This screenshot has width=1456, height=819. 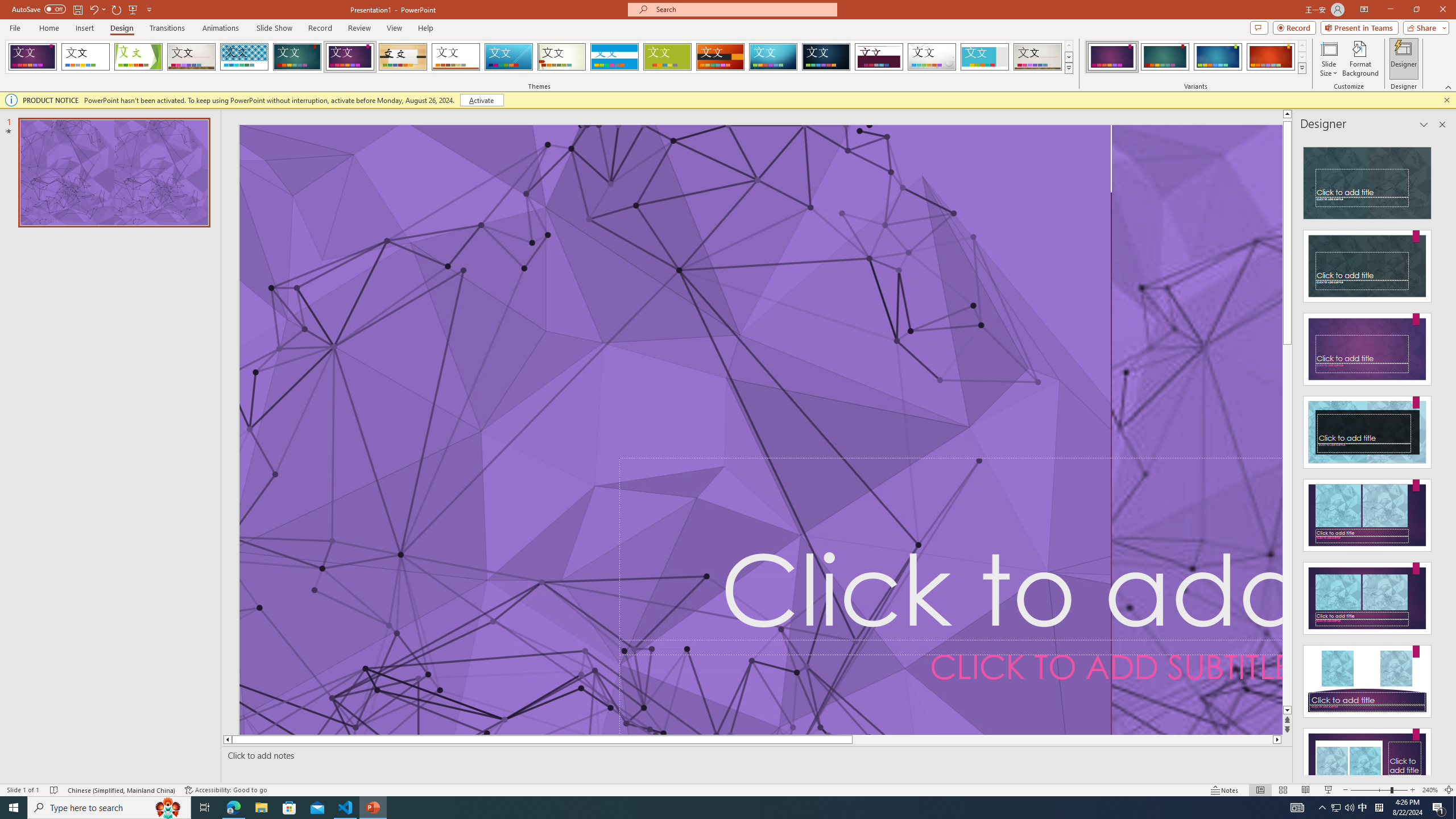 What do you see at coordinates (226, 790) in the screenshot?
I see `'Accessibility Checker Accessibility: Good to go'` at bounding box center [226, 790].